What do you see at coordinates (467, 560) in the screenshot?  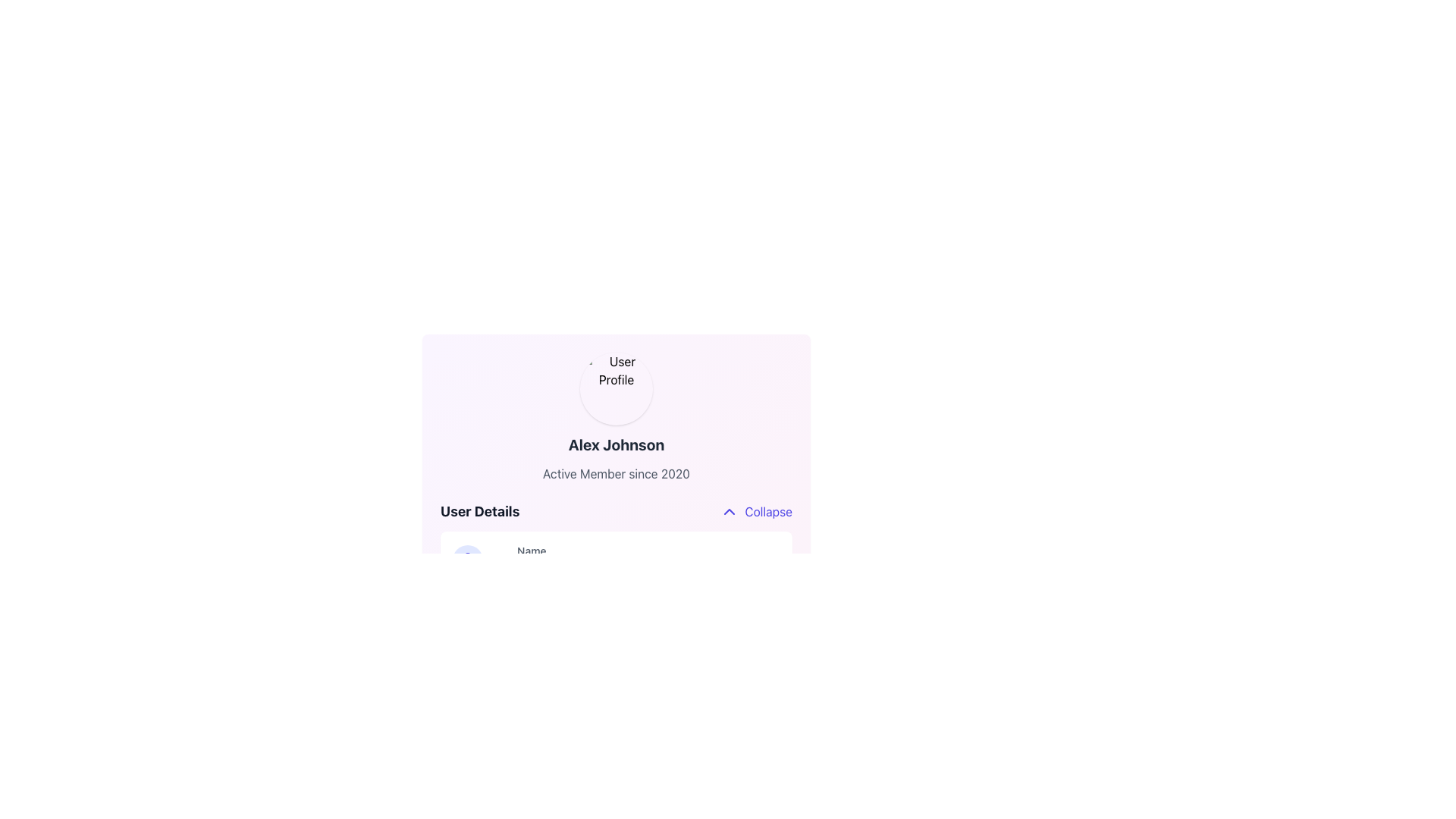 I see `the user profile icon representing 'Alex Johnson', located on the left side of the 'User Details' section, adjacent to the label 'Name'` at bounding box center [467, 560].